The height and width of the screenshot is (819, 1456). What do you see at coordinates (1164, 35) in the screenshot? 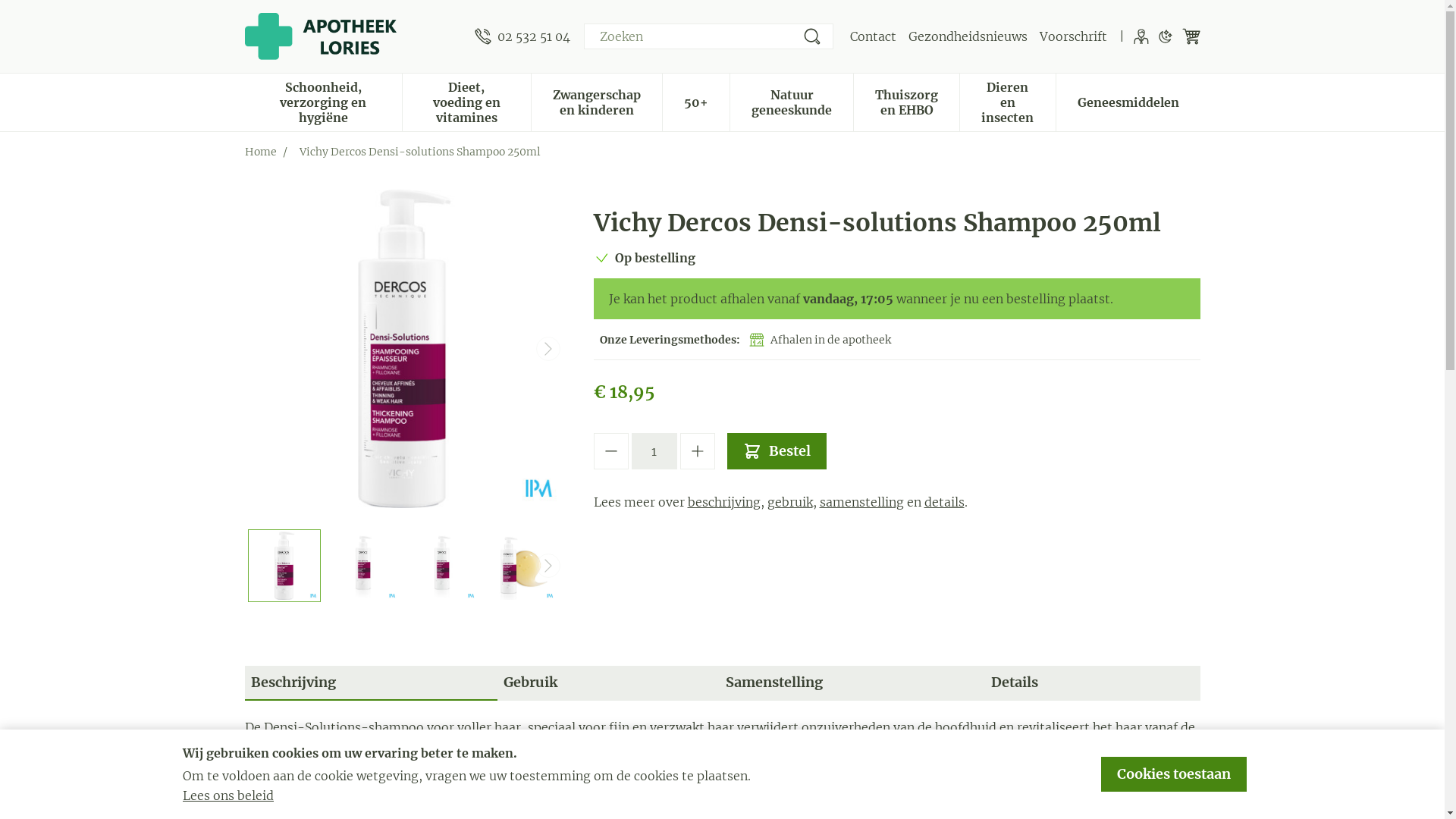
I see `'Donkere modus'` at bounding box center [1164, 35].